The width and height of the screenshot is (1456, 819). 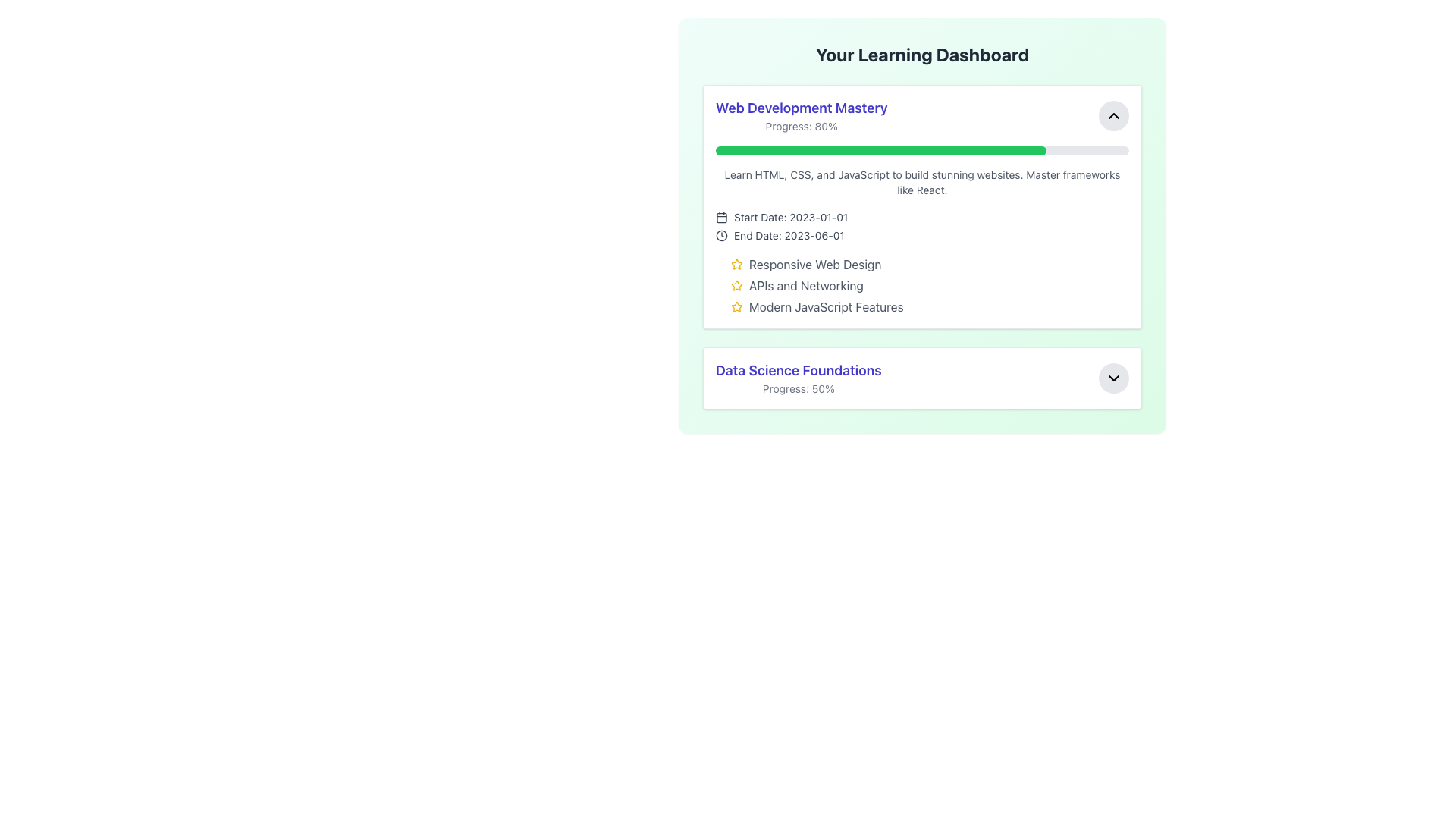 I want to click on the Text Label displaying the start date of the course in the 'Web Development Mastery' card, located near the top center of the card content, so click(x=790, y=217).